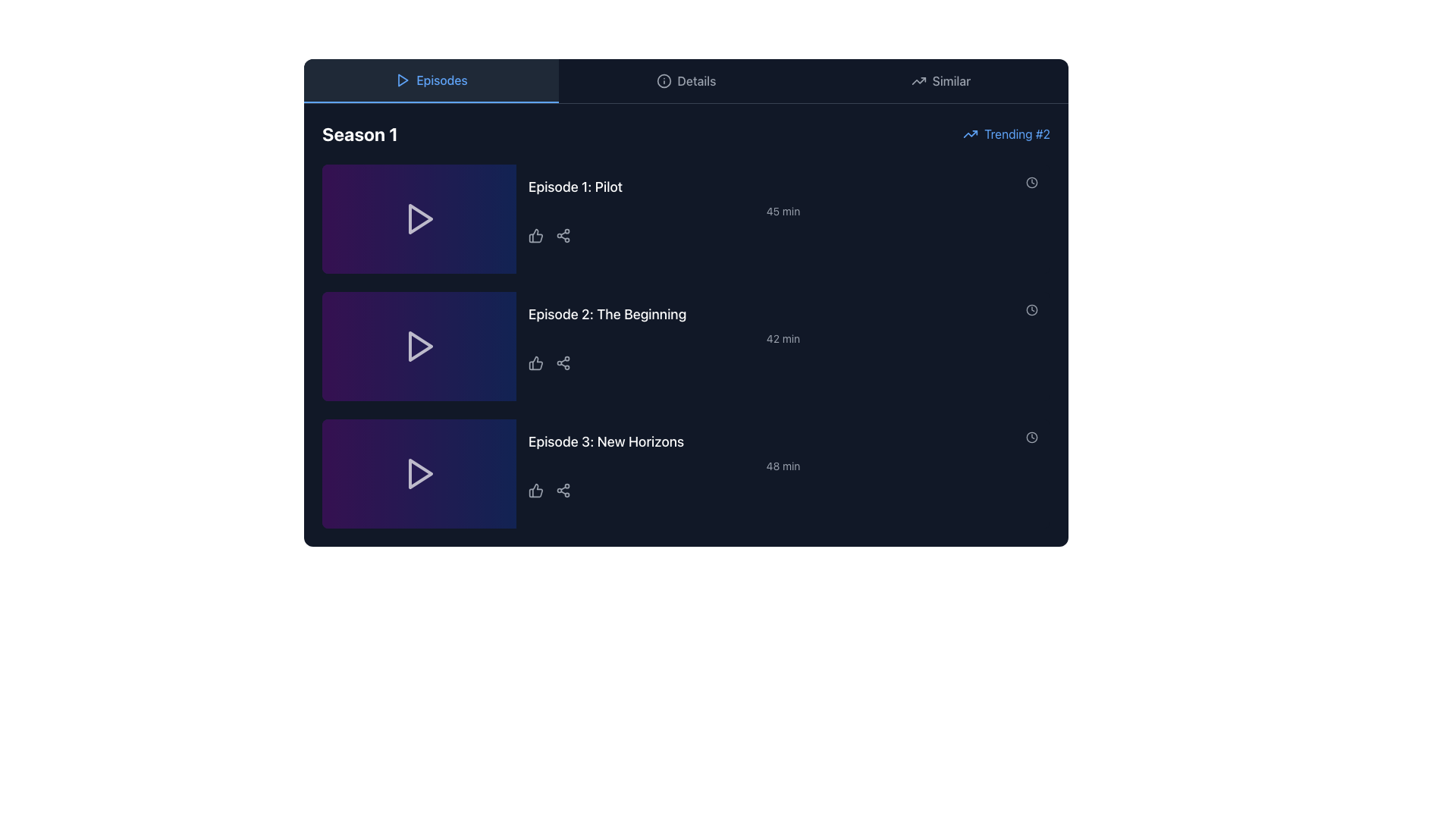 The height and width of the screenshot is (819, 1456). Describe the element at coordinates (918, 81) in the screenshot. I see `the icon segment of the graphical trend indicator located near the top-right corner of the interface, beside the 'Trending #2' label` at that location.